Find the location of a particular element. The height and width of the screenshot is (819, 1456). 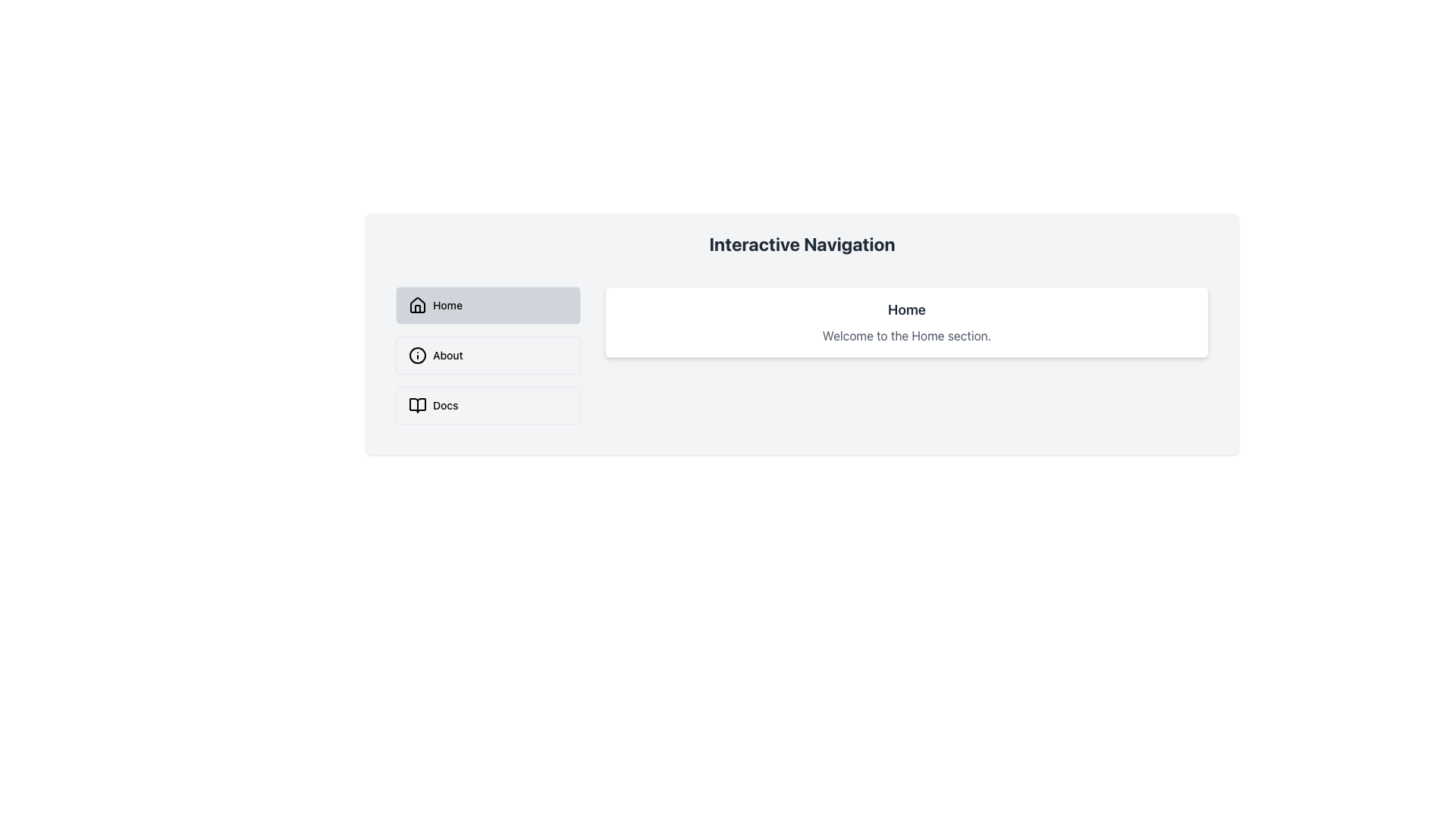

the 'About' navigation button, which is the second item in the vertical stack of navigation options, positioned between 'Home' and 'Docs' is located at coordinates (488, 356).